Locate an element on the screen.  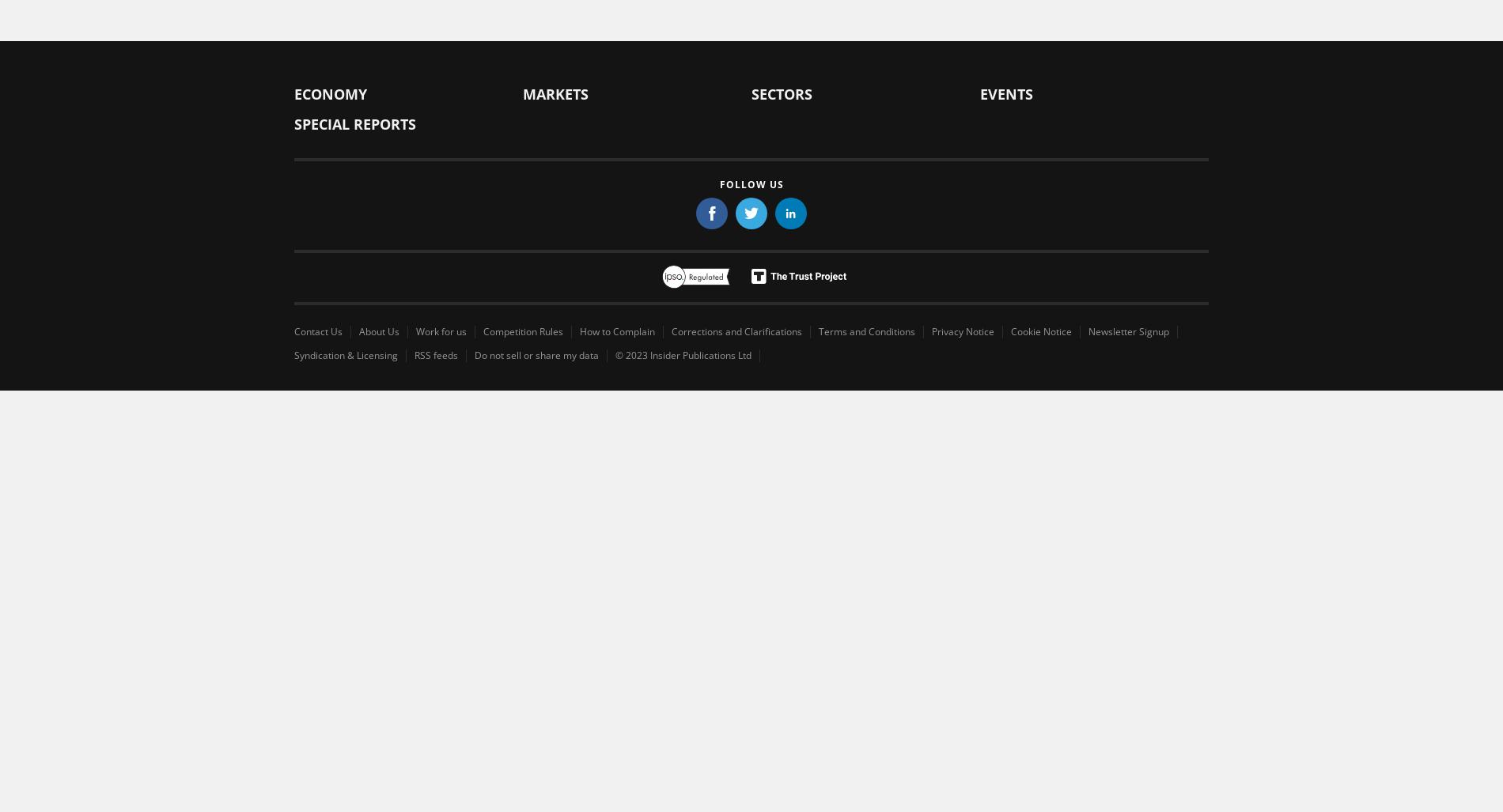
'Events' is located at coordinates (1005, 93).